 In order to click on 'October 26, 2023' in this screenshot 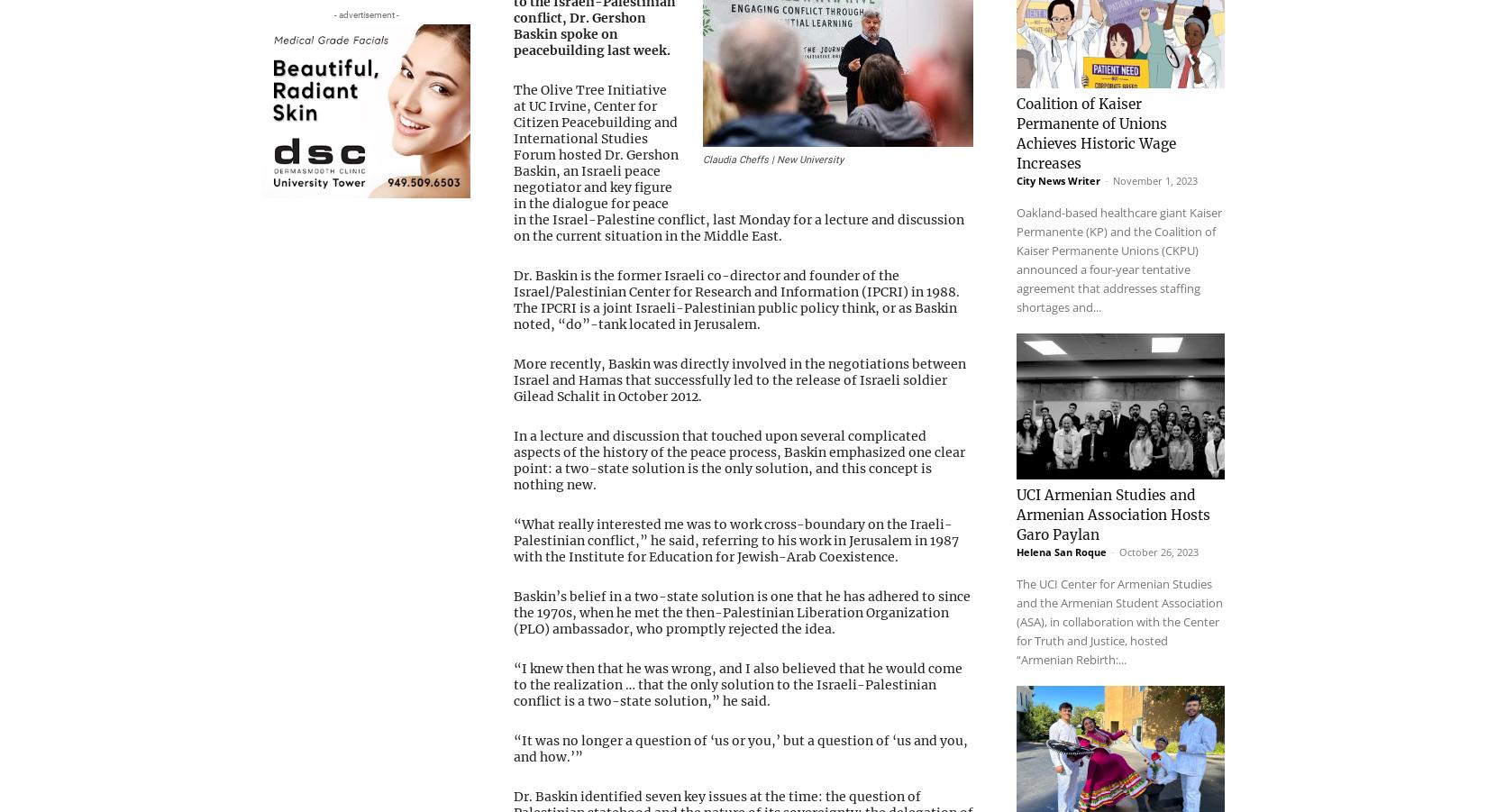, I will do `click(1158, 519)`.